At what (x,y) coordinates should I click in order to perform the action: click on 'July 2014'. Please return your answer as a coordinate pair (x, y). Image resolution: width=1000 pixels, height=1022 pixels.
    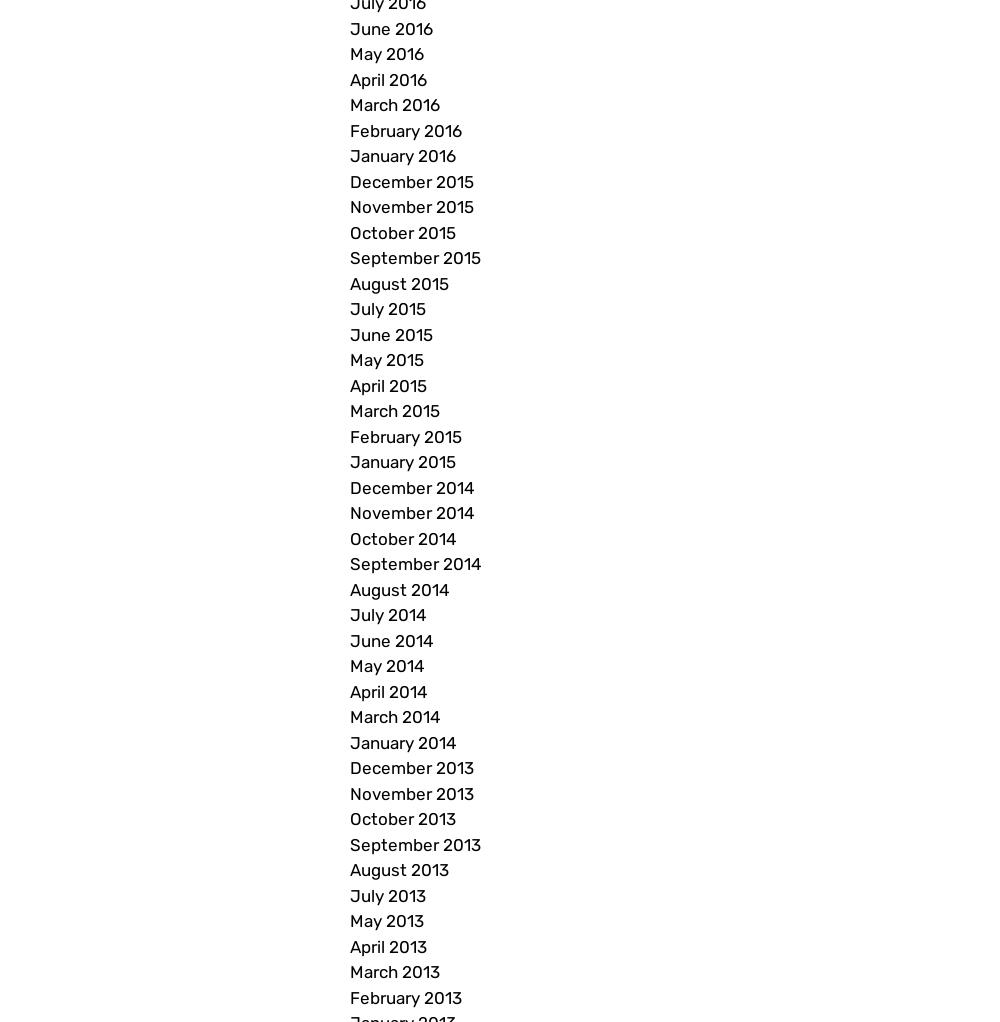
    Looking at the image, I should click on (349, 614).